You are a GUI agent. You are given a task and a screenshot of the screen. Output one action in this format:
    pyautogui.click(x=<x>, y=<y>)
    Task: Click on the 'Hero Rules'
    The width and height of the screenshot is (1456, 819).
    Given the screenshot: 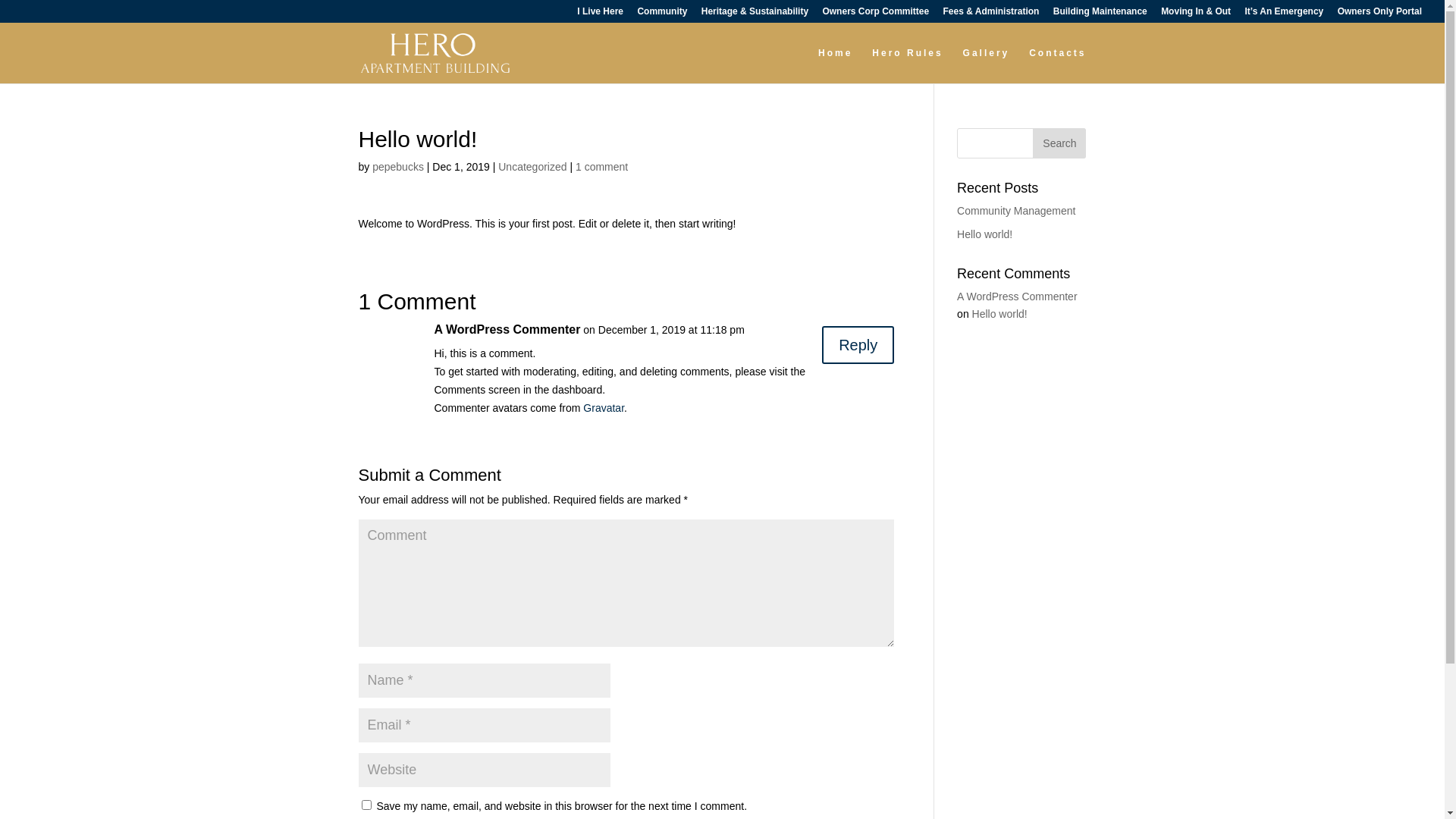 What is the action you would take?
    pyautogui.click(x=907, y=64)
    